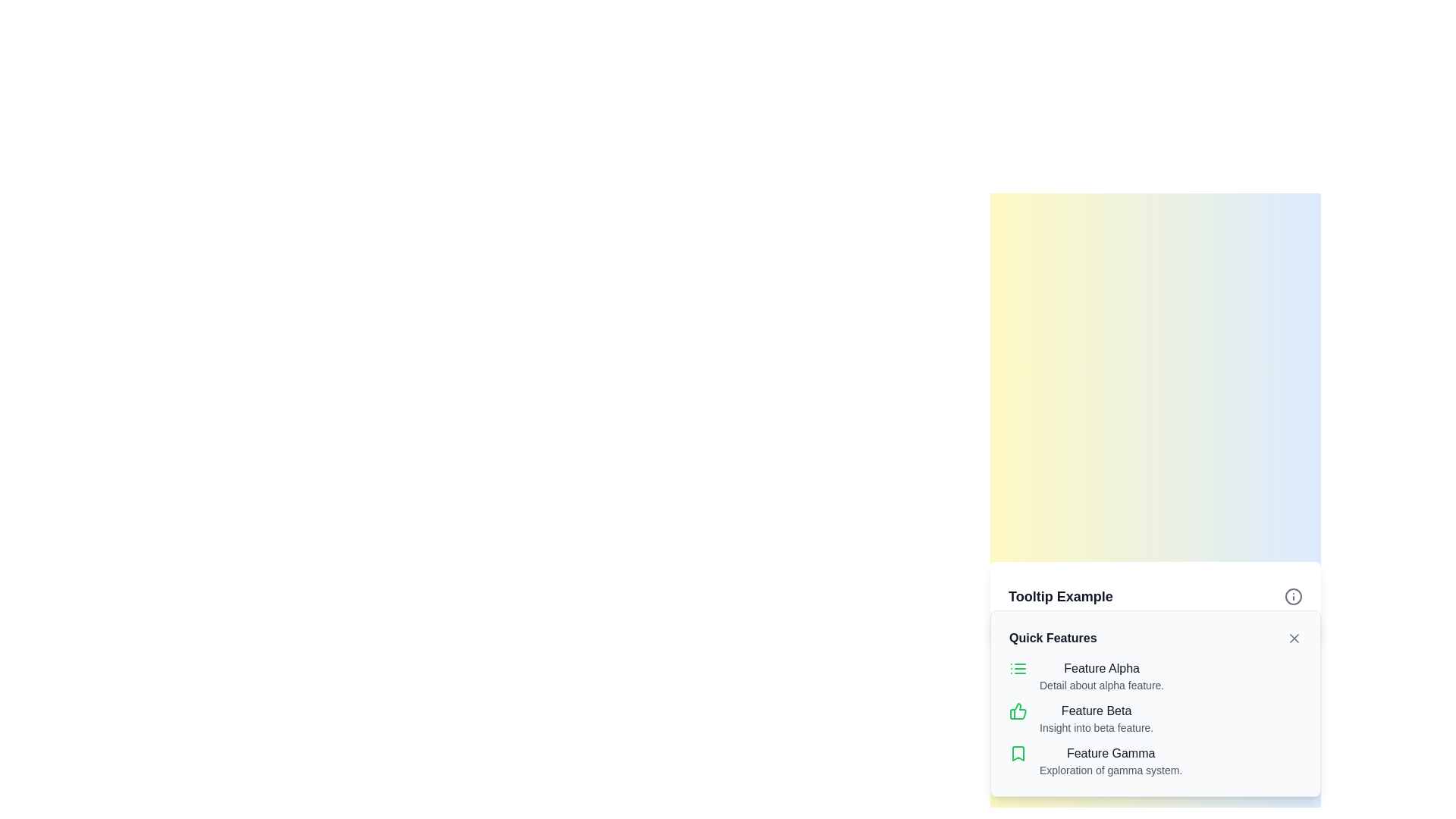 The image size is (1456, 819). Describe the element at coordinates (1018, 754) in the screenshot. I see `the bookmark icon located next to the 'Feature Gamma' label in the Quick Features section of the interface` at that location.